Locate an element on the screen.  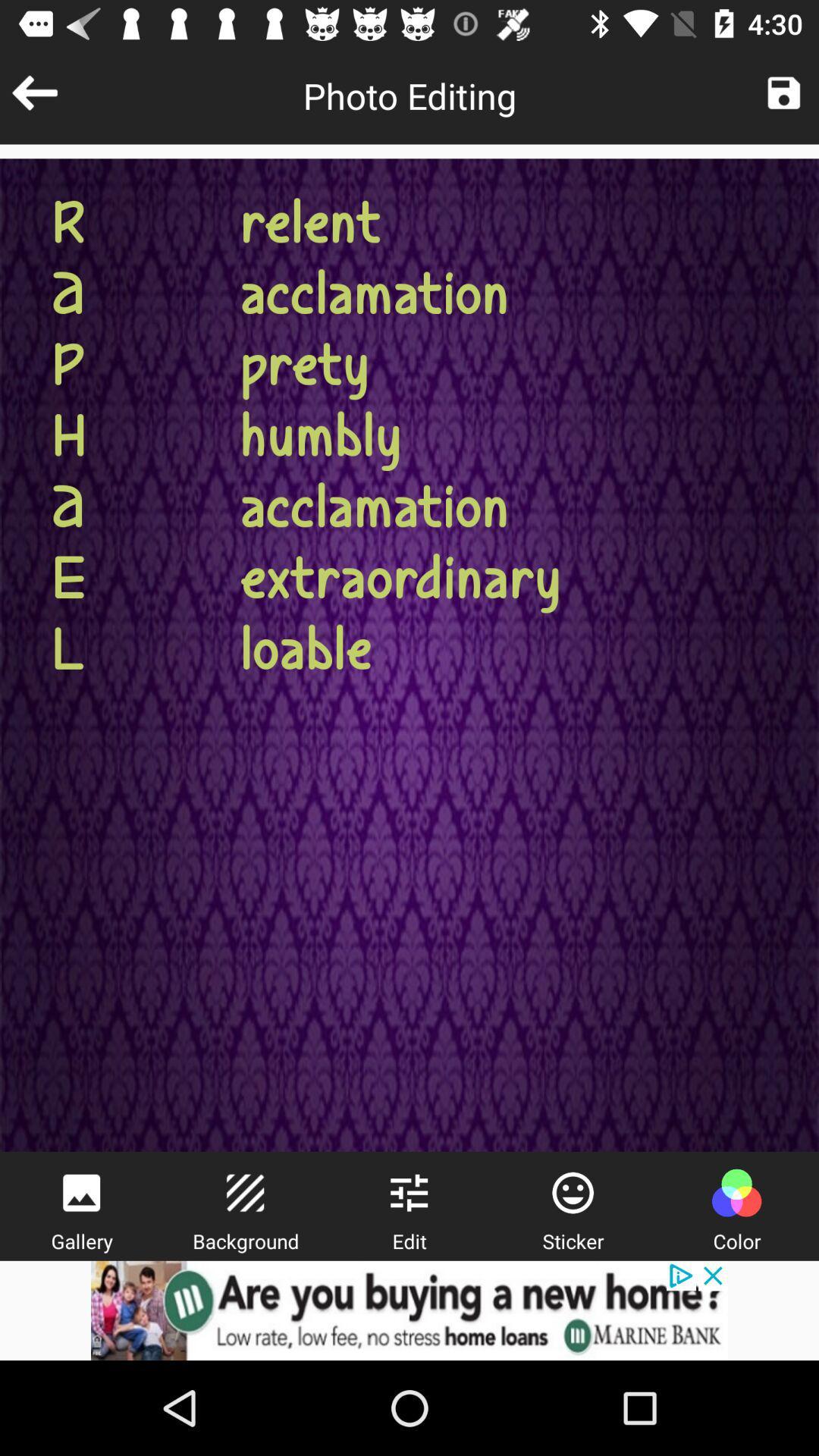
the save icon is located at coordinates (783, 92).